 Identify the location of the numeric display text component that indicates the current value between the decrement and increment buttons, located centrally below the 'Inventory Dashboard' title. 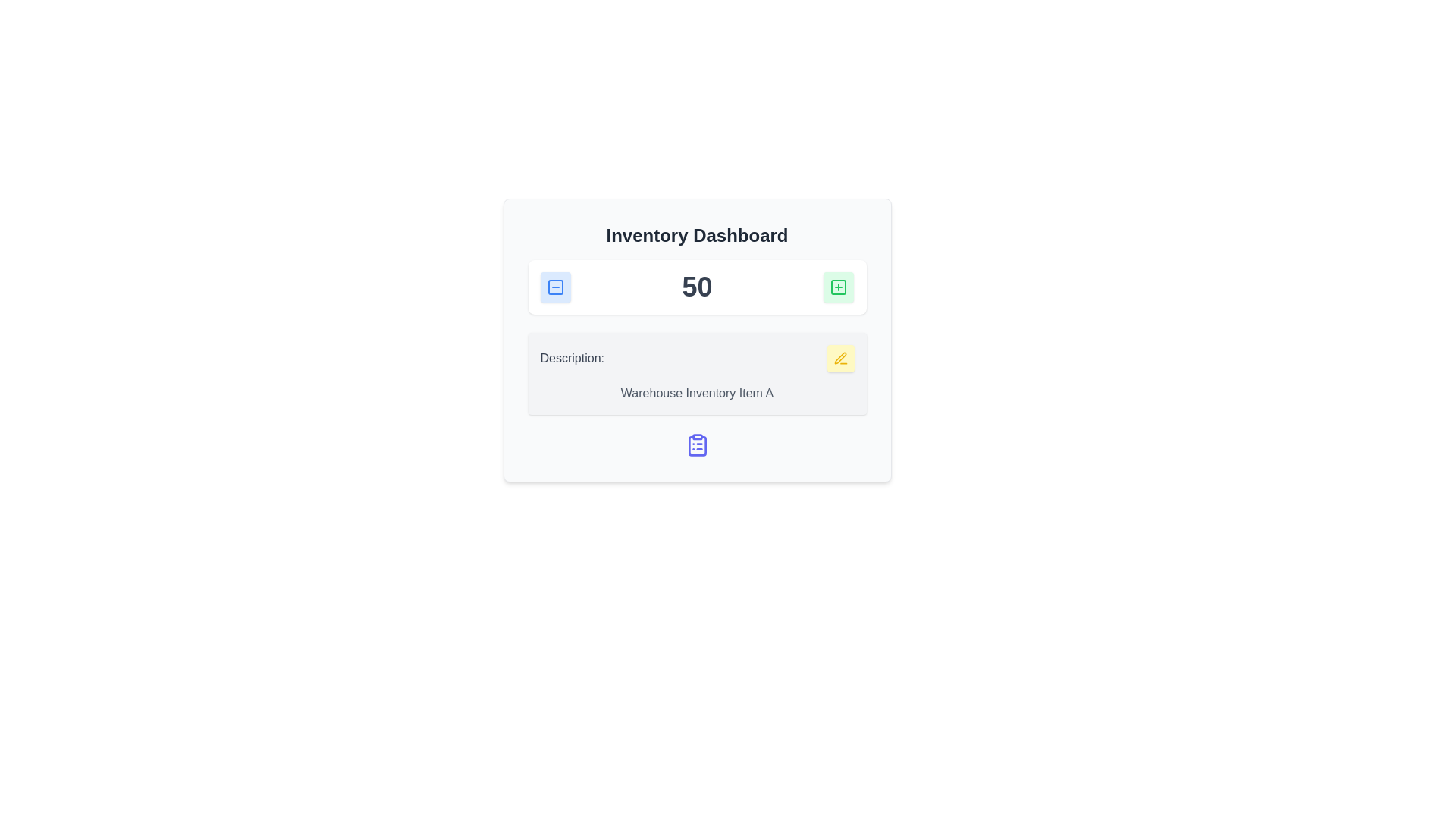
(696, 287).